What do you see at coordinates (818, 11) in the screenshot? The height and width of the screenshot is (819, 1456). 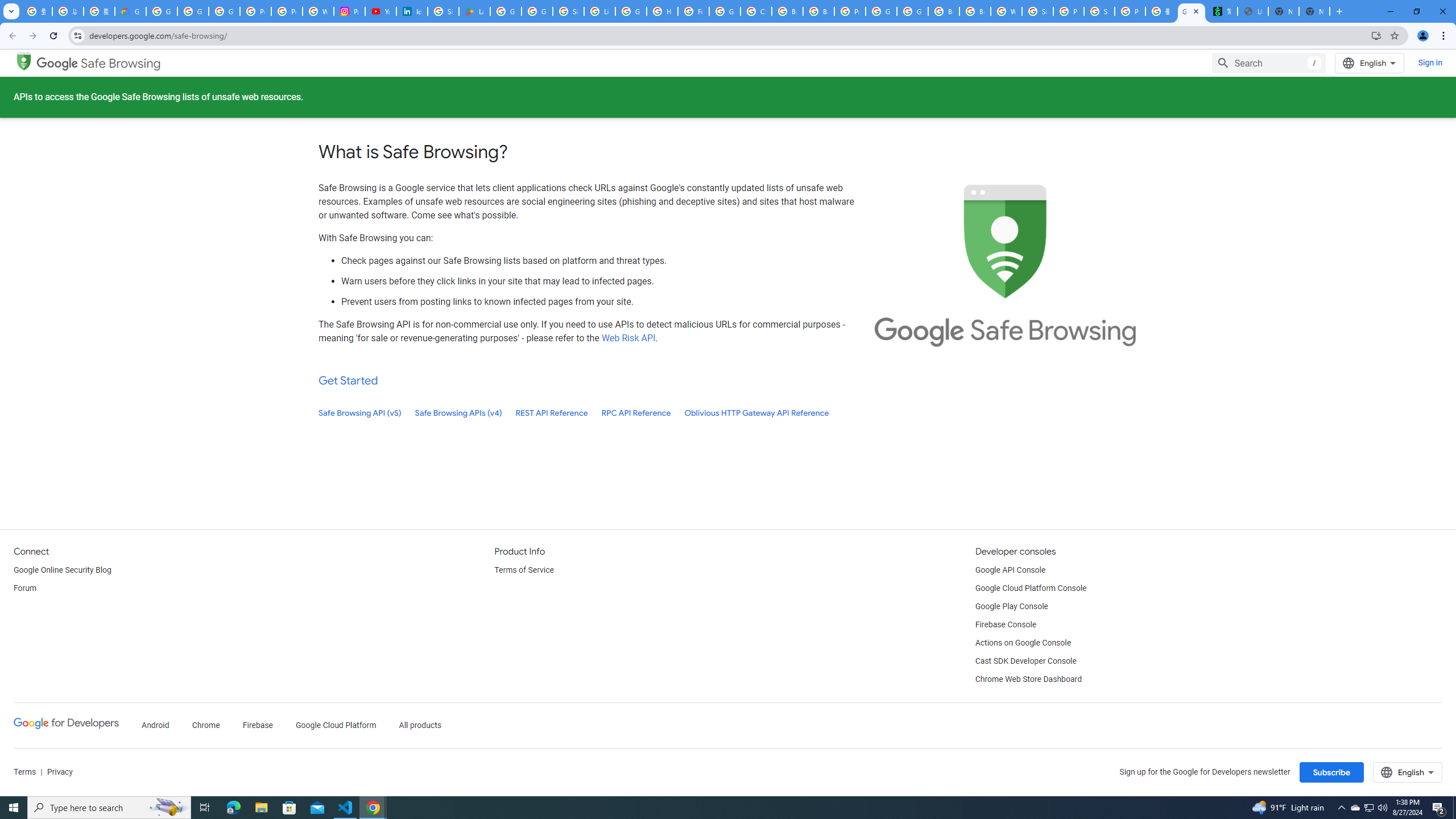 I see `'Browse Chrome as a guest - Computer - Google Chrome Help'` at bounding box center [818, 11].